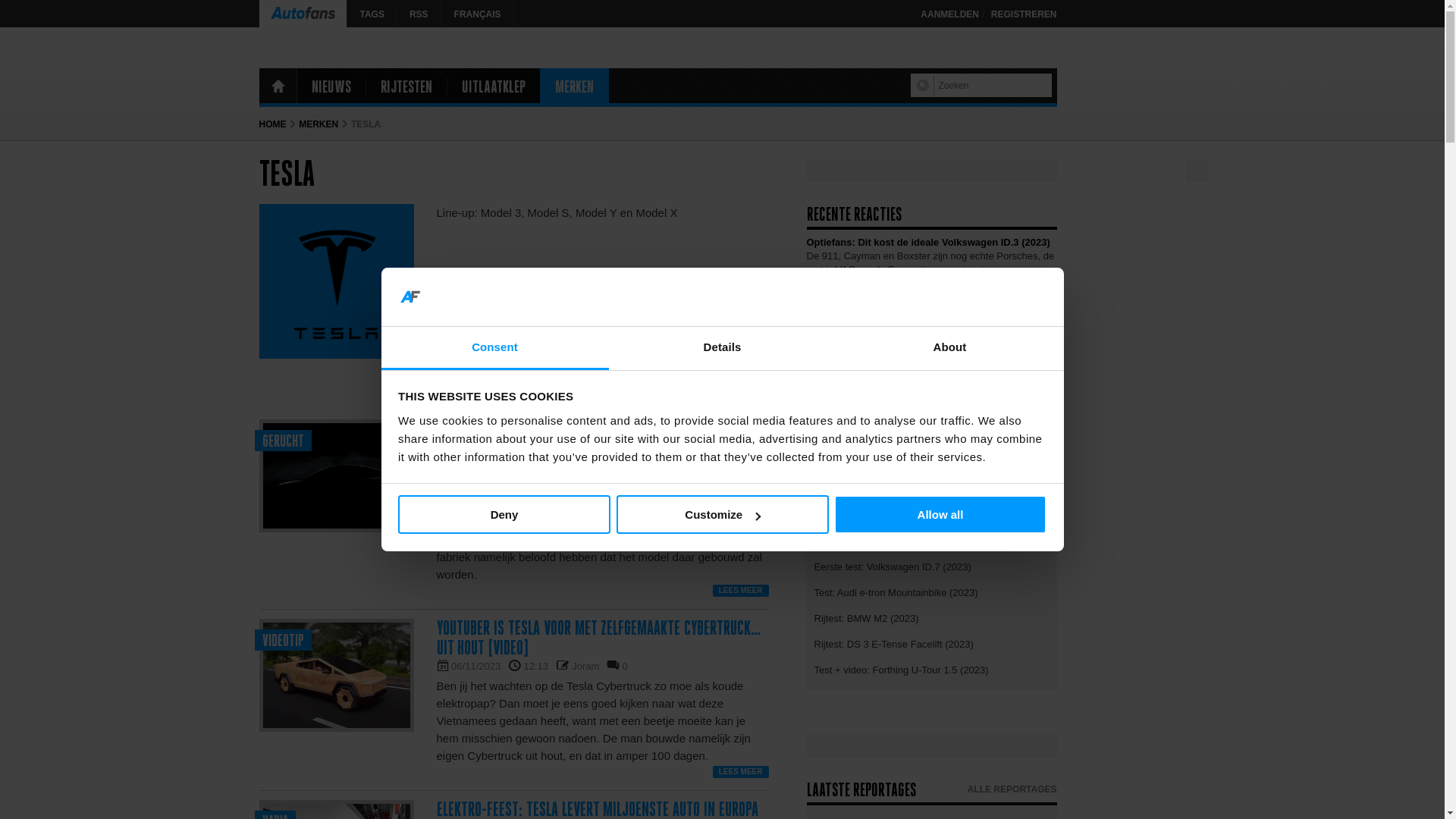  Describe the element at coordinates (712, 590) in the screenshot. I see `'LEES MEER'` at that location.